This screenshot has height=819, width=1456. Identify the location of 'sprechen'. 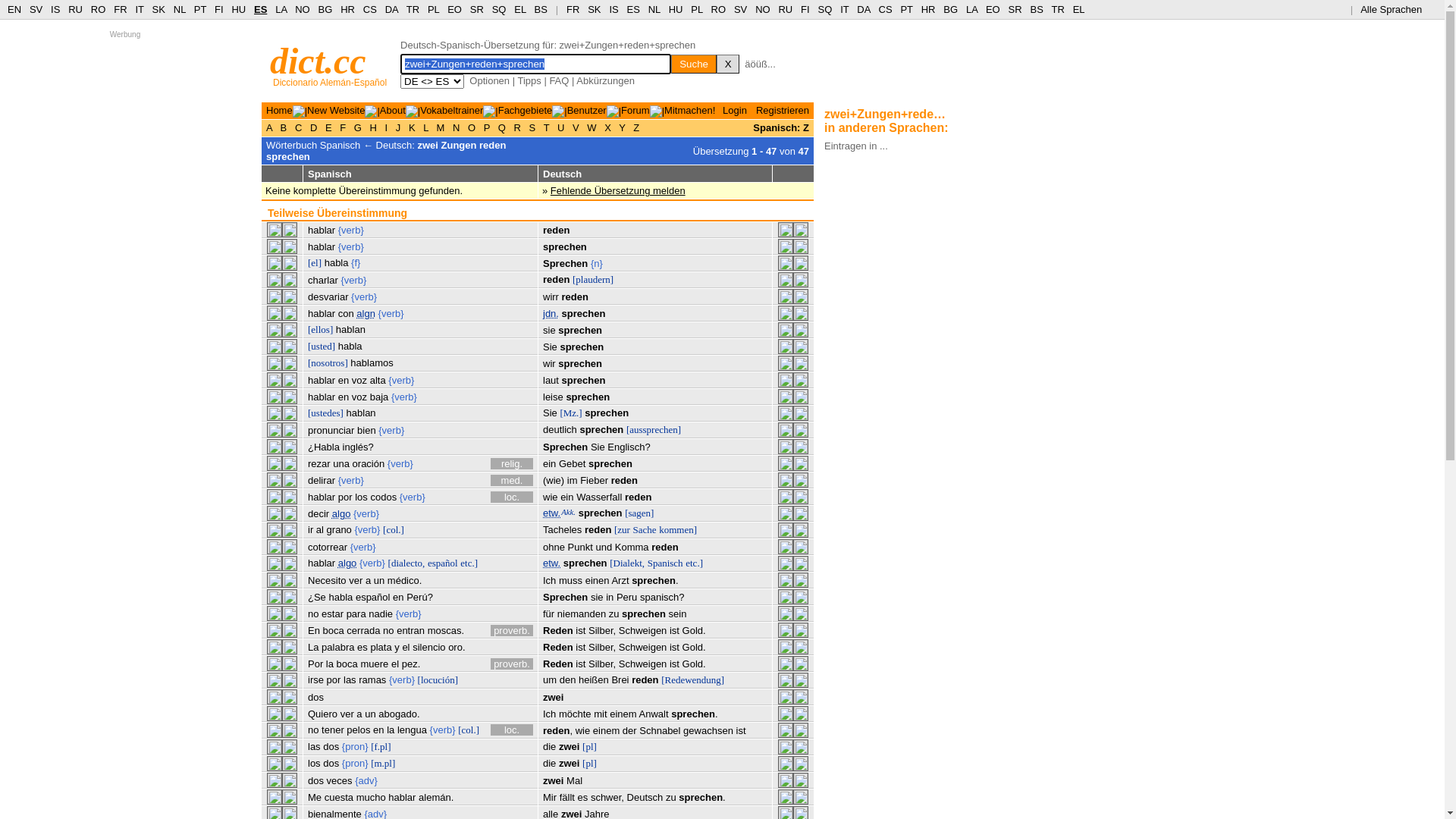
(560, 312).